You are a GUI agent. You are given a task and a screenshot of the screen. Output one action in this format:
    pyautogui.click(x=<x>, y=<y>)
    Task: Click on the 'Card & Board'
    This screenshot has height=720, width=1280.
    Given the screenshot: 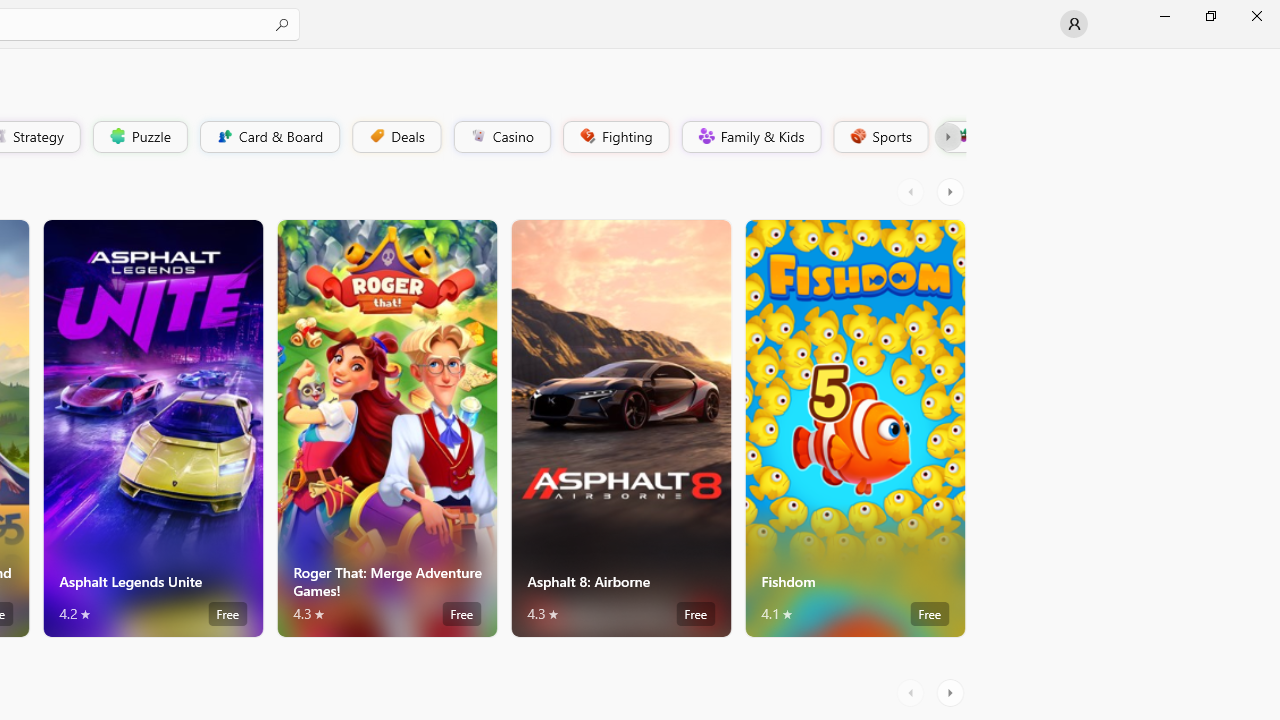 What is the action you would take?
    pyautogui.click(x=267, y=135)
    